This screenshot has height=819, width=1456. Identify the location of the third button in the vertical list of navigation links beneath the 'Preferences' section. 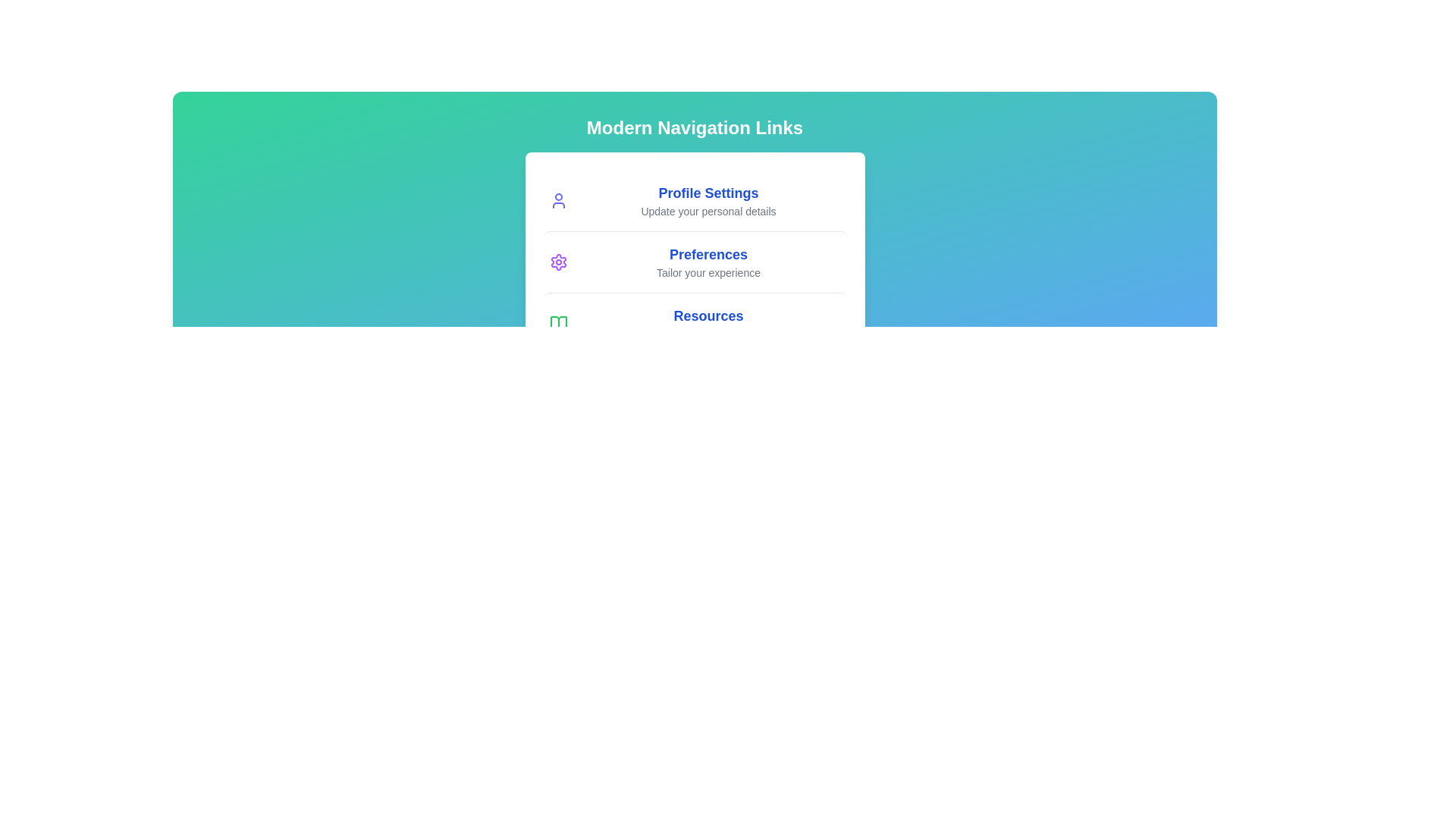
(694, 322).